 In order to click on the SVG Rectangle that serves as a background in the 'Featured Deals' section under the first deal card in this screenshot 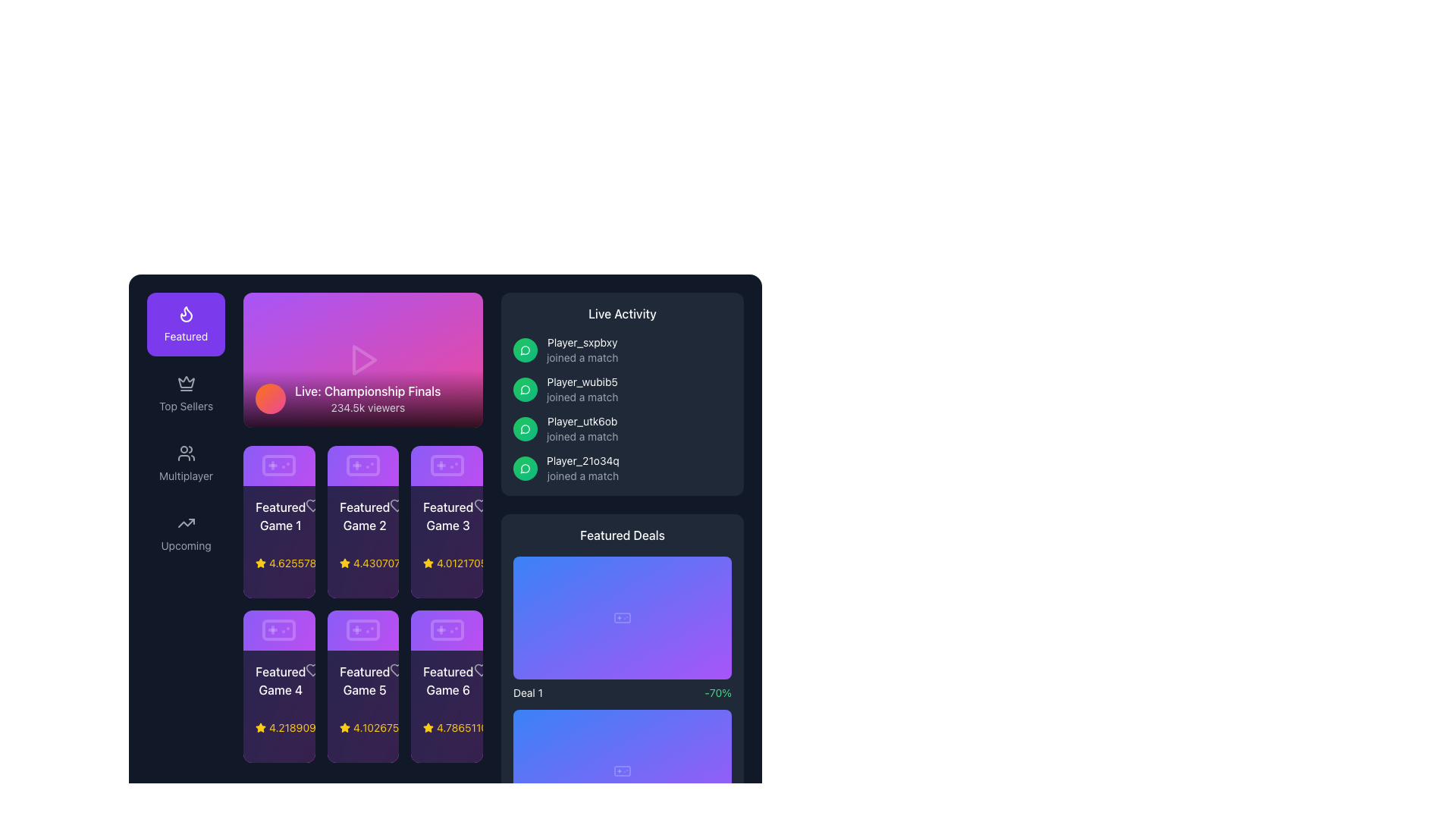, I will do `click(622, 617)`.